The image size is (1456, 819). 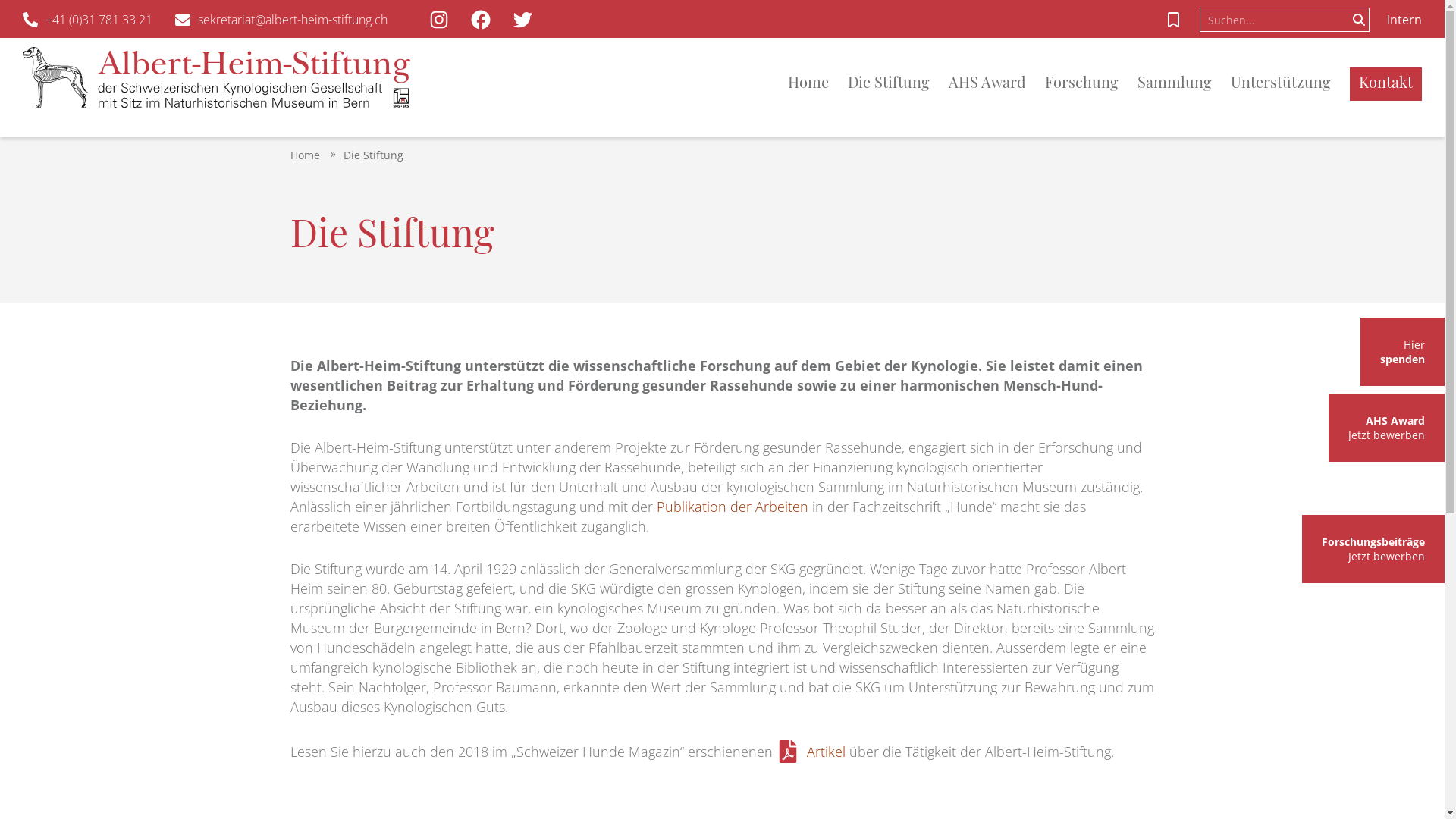 What do you see at coordinates (787, 83) in the screenshot?
I see `'Home'` at bounding box center [787, 83].